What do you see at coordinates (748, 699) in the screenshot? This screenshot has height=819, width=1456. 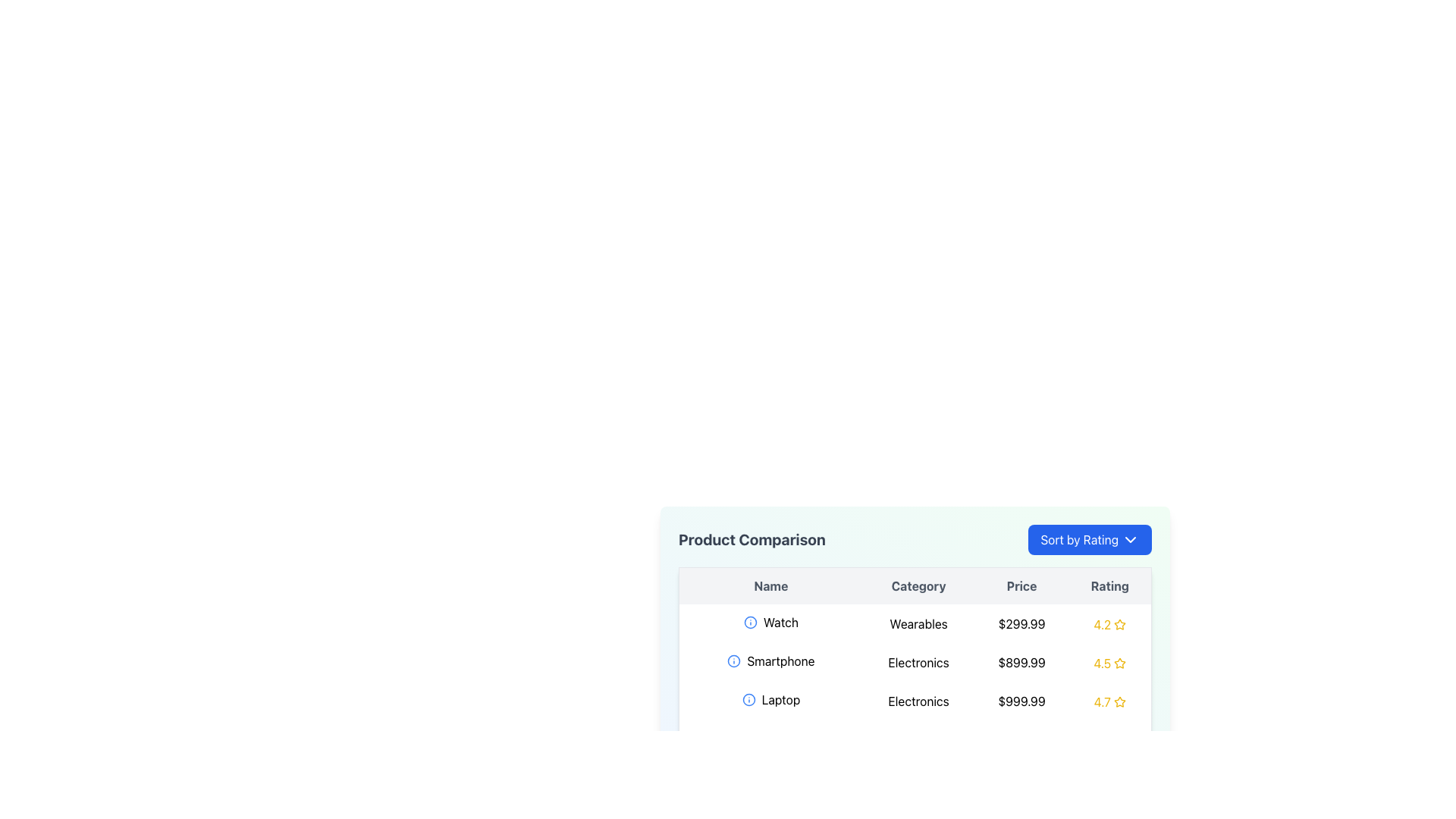 I see `the informational icon located to the left of the 'Laptop' text in the bottom row of the product comparison table` at bounding box center [748, 699].